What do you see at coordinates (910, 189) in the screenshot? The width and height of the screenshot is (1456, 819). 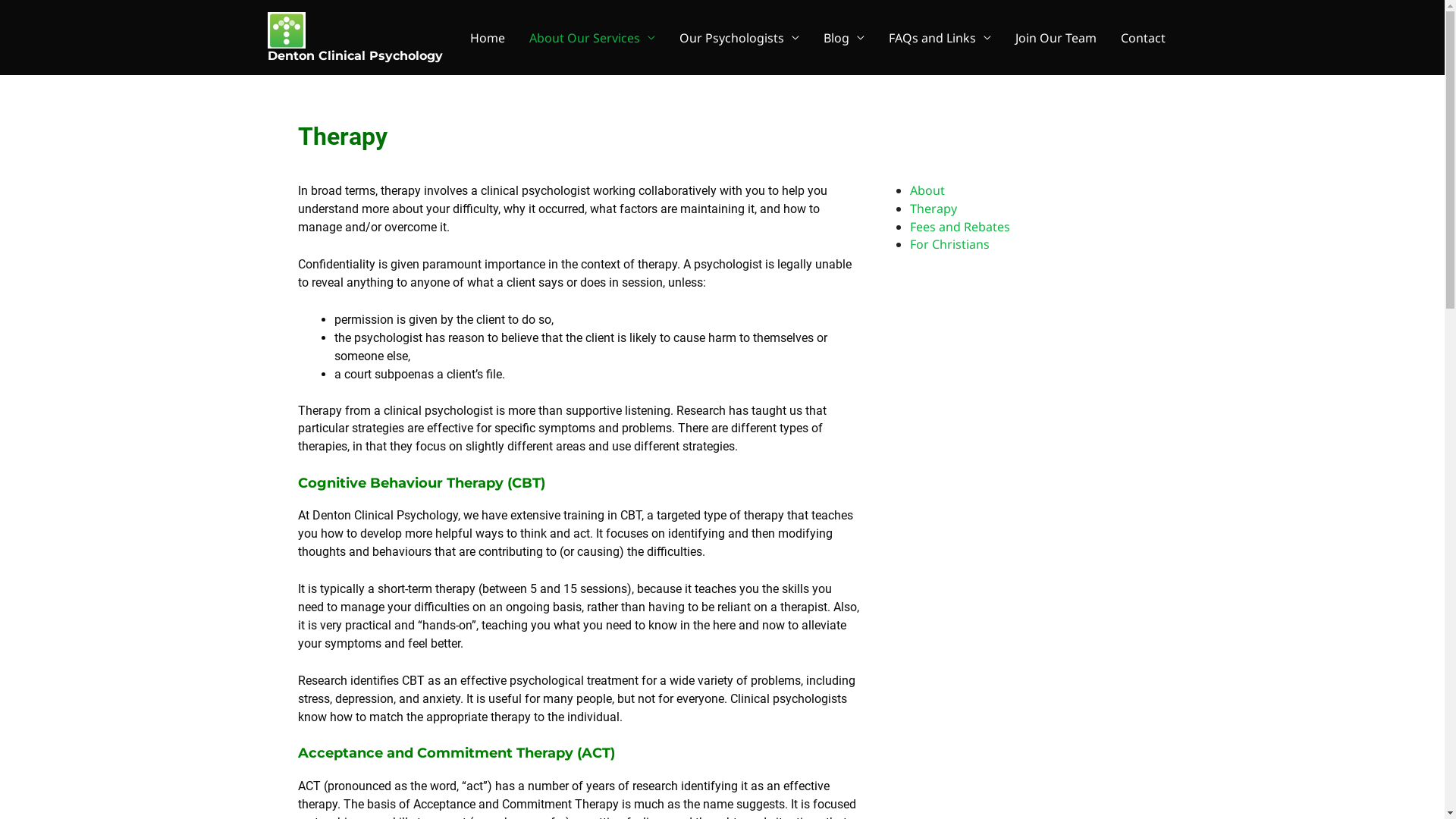 I see `'About'` at bounding box center [910, 189].